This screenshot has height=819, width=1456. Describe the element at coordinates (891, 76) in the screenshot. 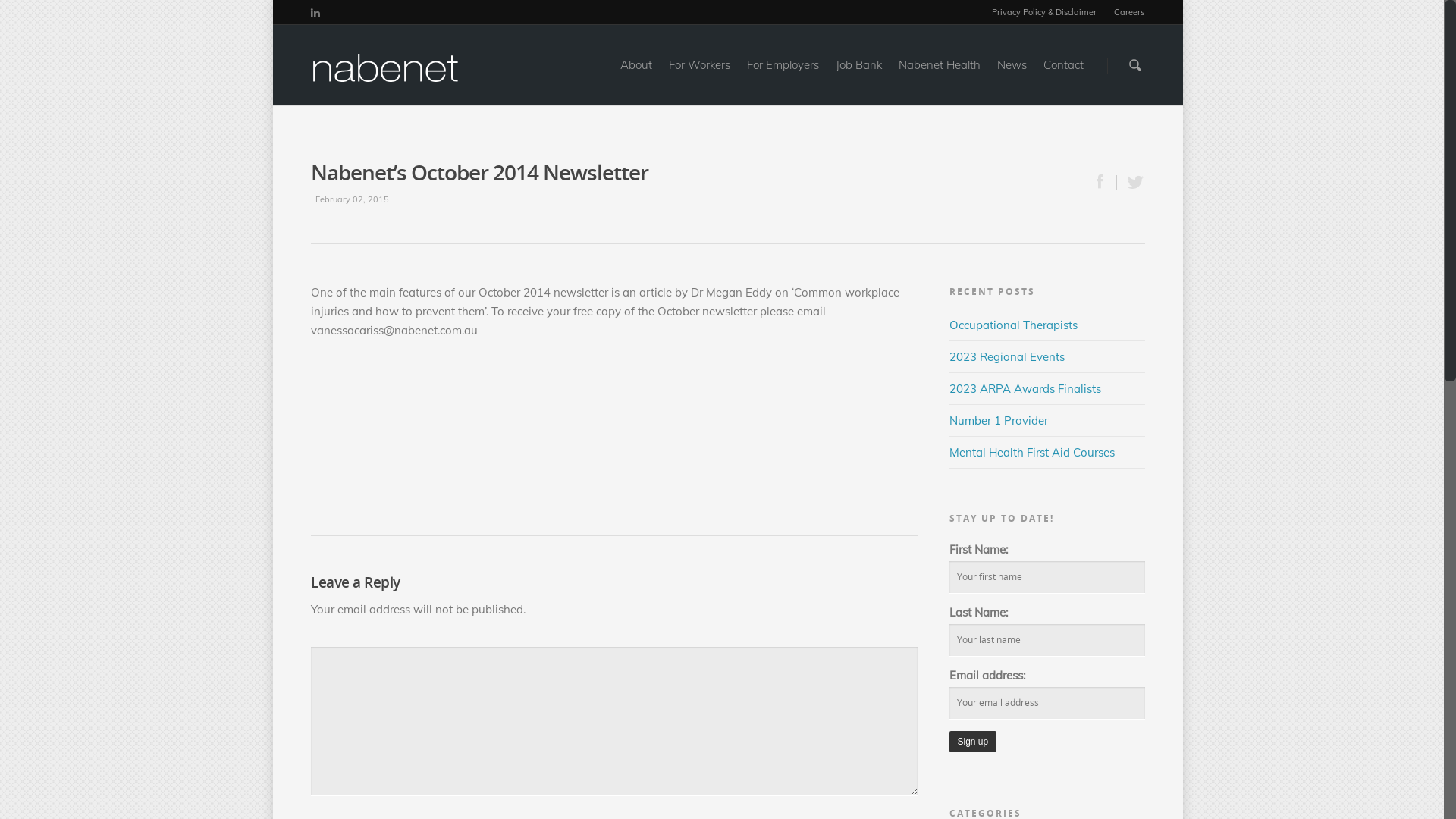

I see `'Nabenet Health'` at that location.